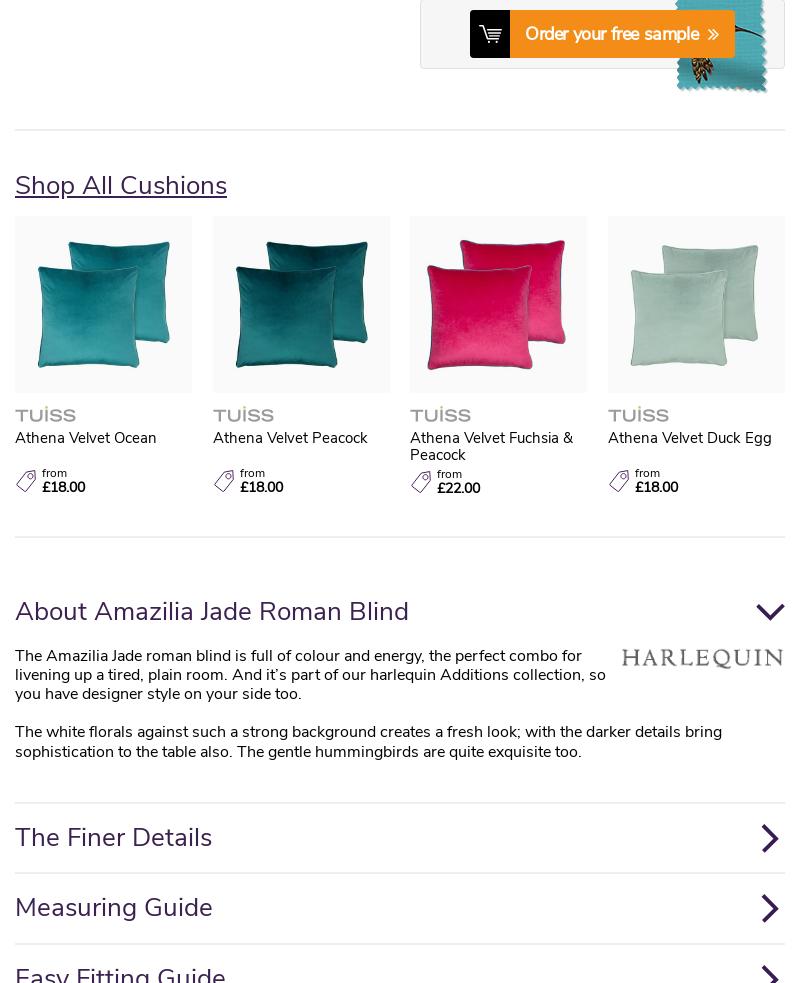 This screenshot has height=983, width=800. I want to click on 'Contact', so click(231, 314).